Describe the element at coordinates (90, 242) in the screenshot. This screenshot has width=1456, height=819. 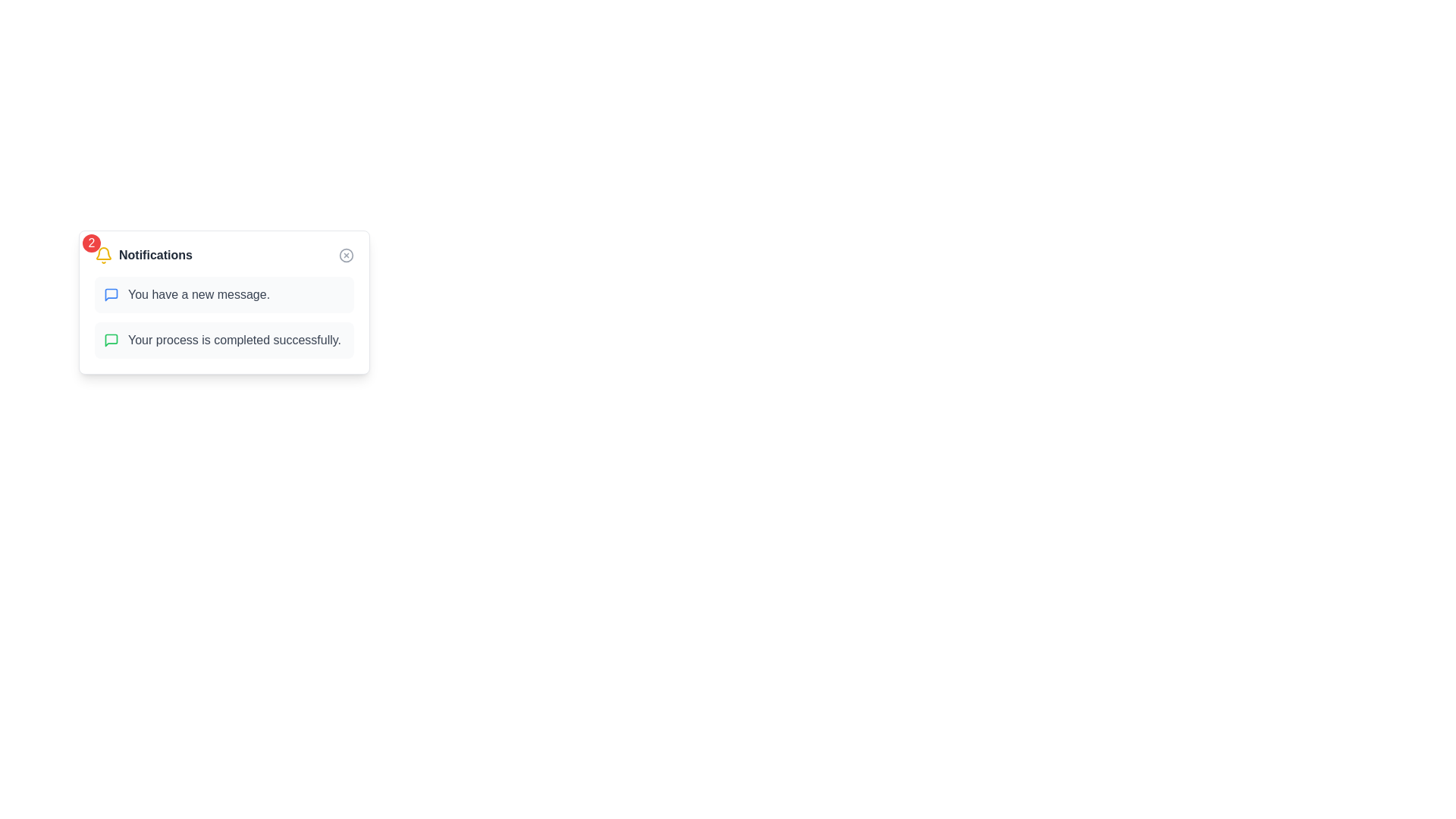
I see `the circular badge displaying the number '2' in white text on a red background, located in the top-left corner of the notification modal` at that location.